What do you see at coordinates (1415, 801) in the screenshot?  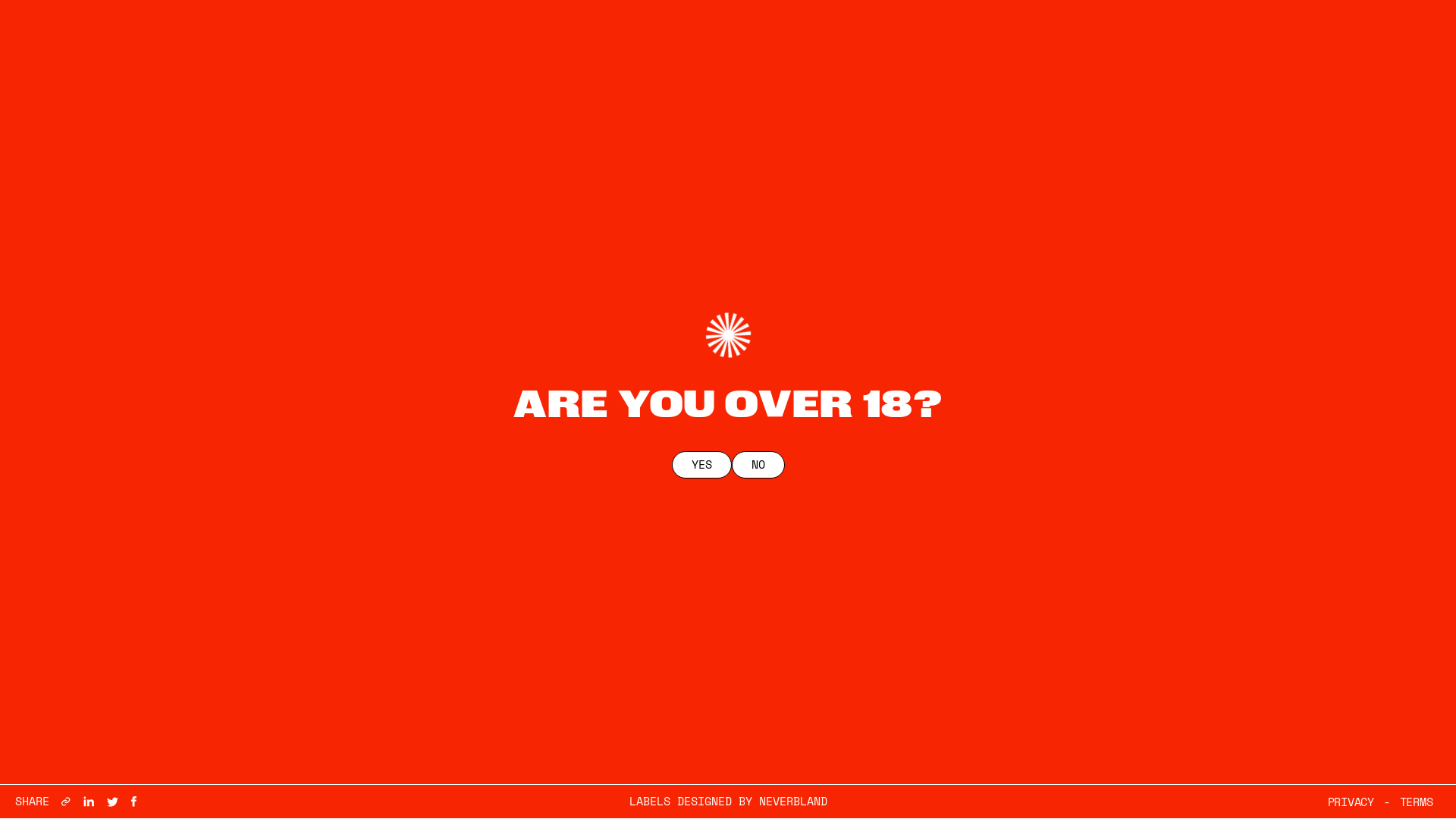 I see `'TERMS'` at bounding box center [1415, 801].